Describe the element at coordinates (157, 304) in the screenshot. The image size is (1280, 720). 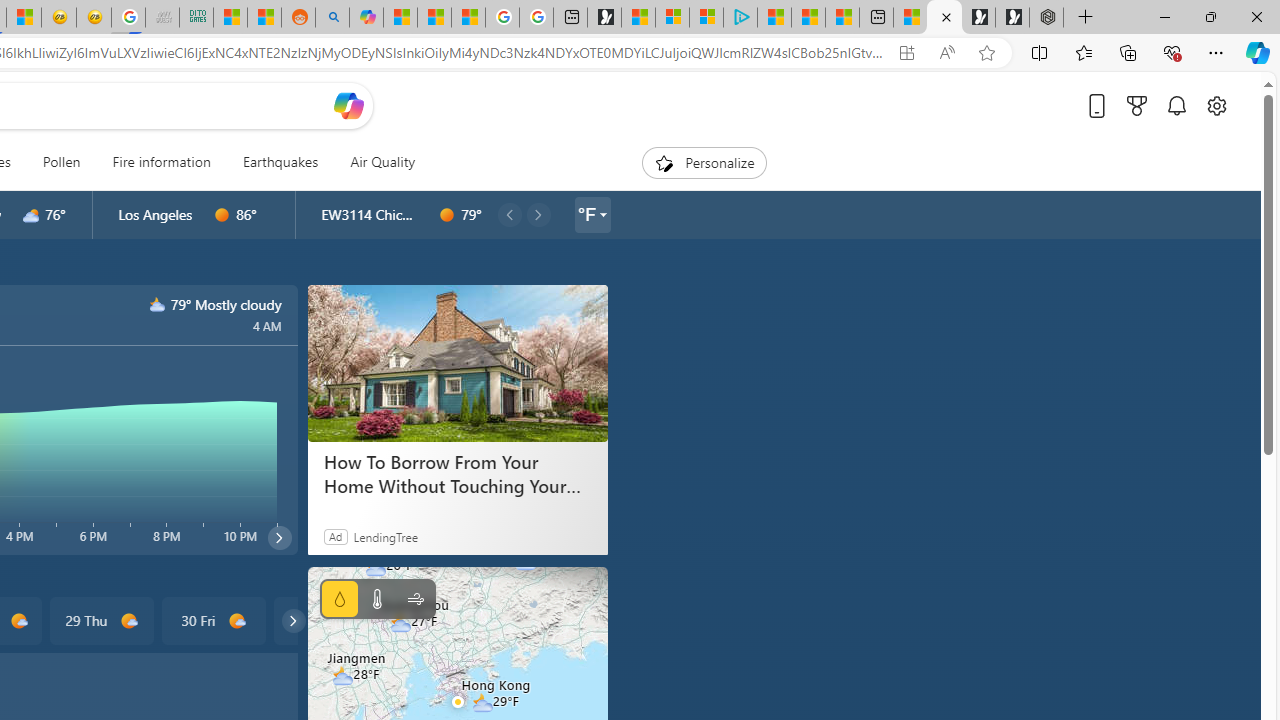
I see `'n3000'` at that location.